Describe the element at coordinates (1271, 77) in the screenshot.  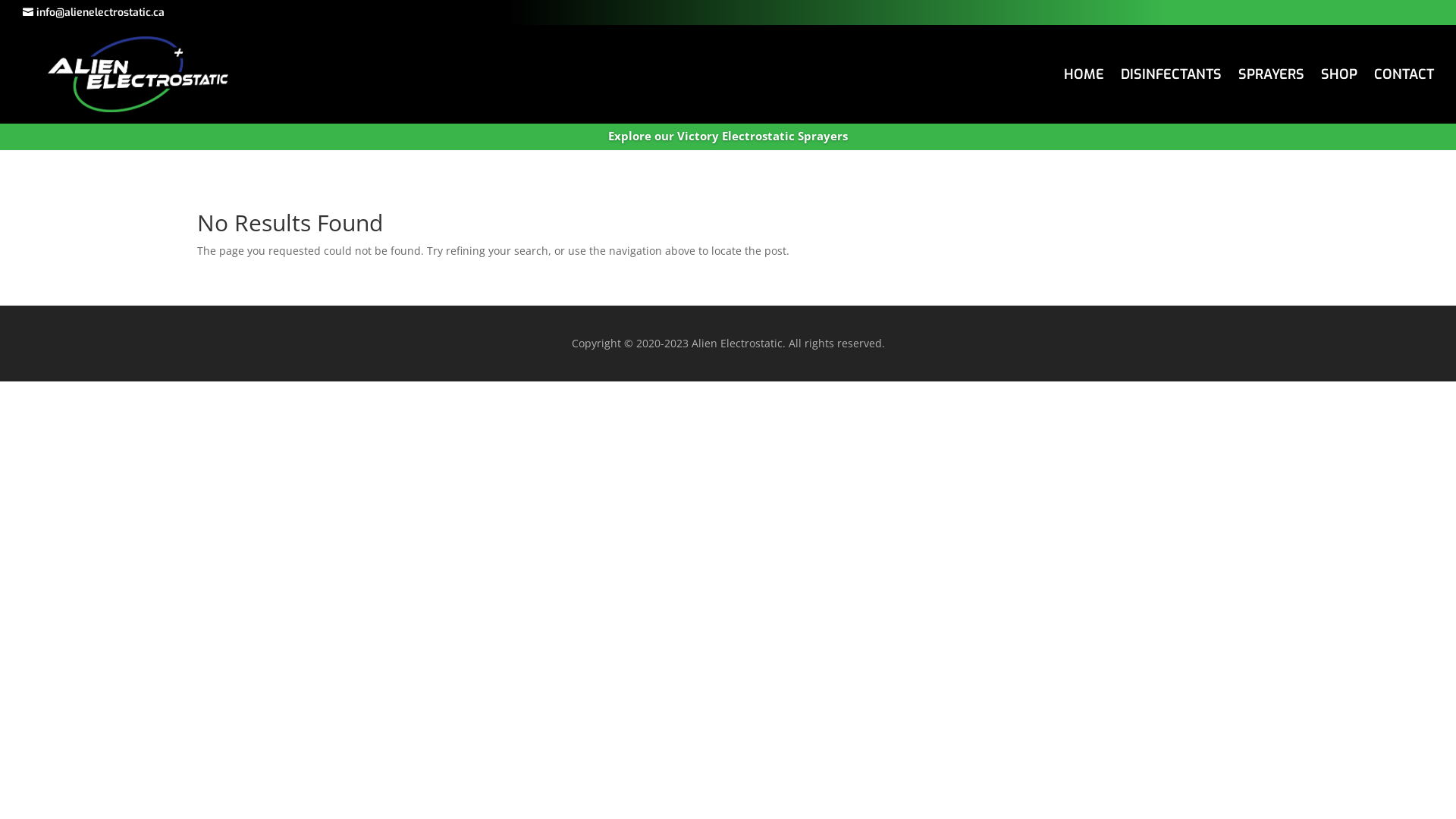
I see `'SPRAYERS'` at that location.